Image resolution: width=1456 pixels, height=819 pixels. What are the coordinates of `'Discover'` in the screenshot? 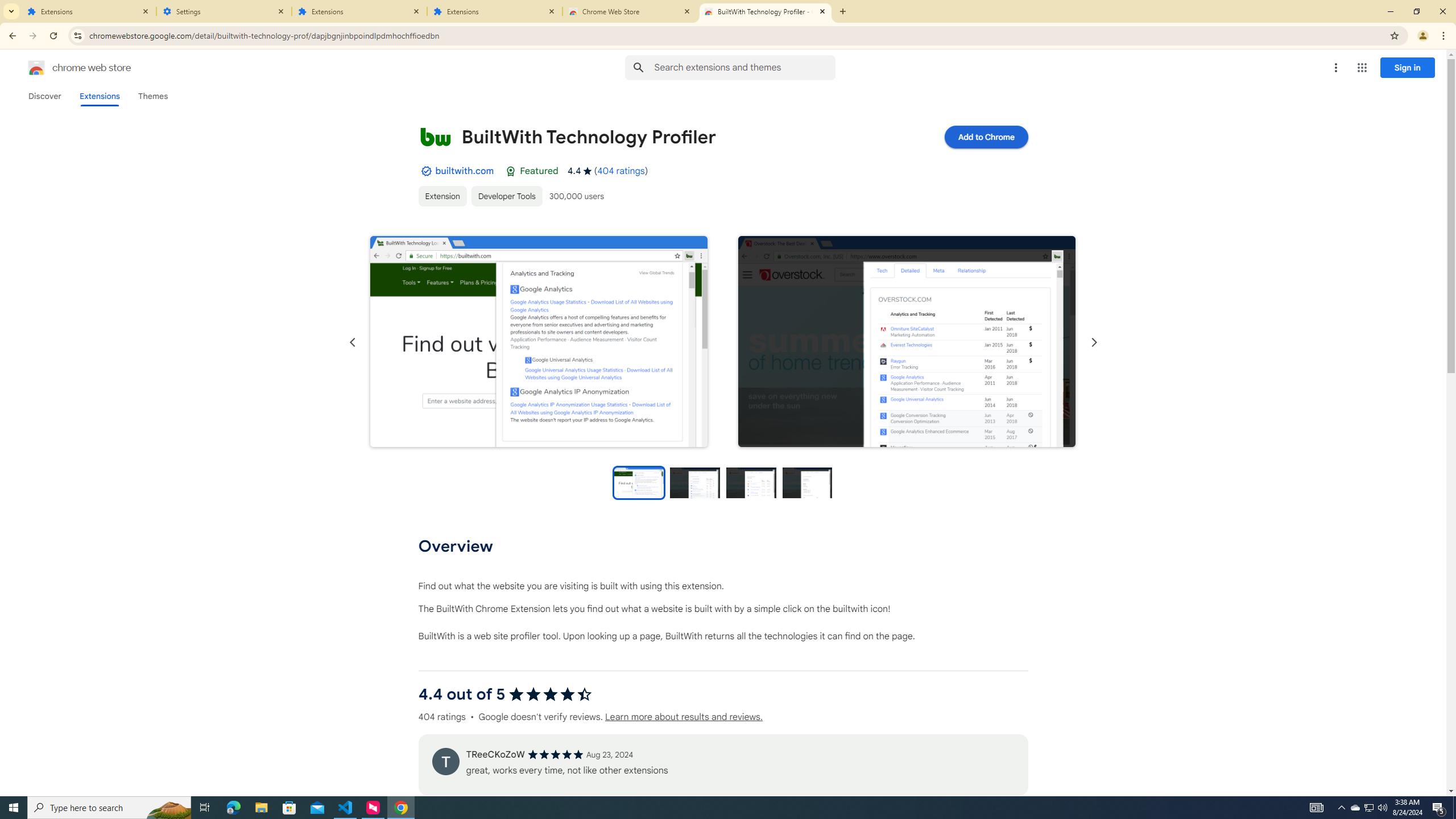 It's located at (44, 96).